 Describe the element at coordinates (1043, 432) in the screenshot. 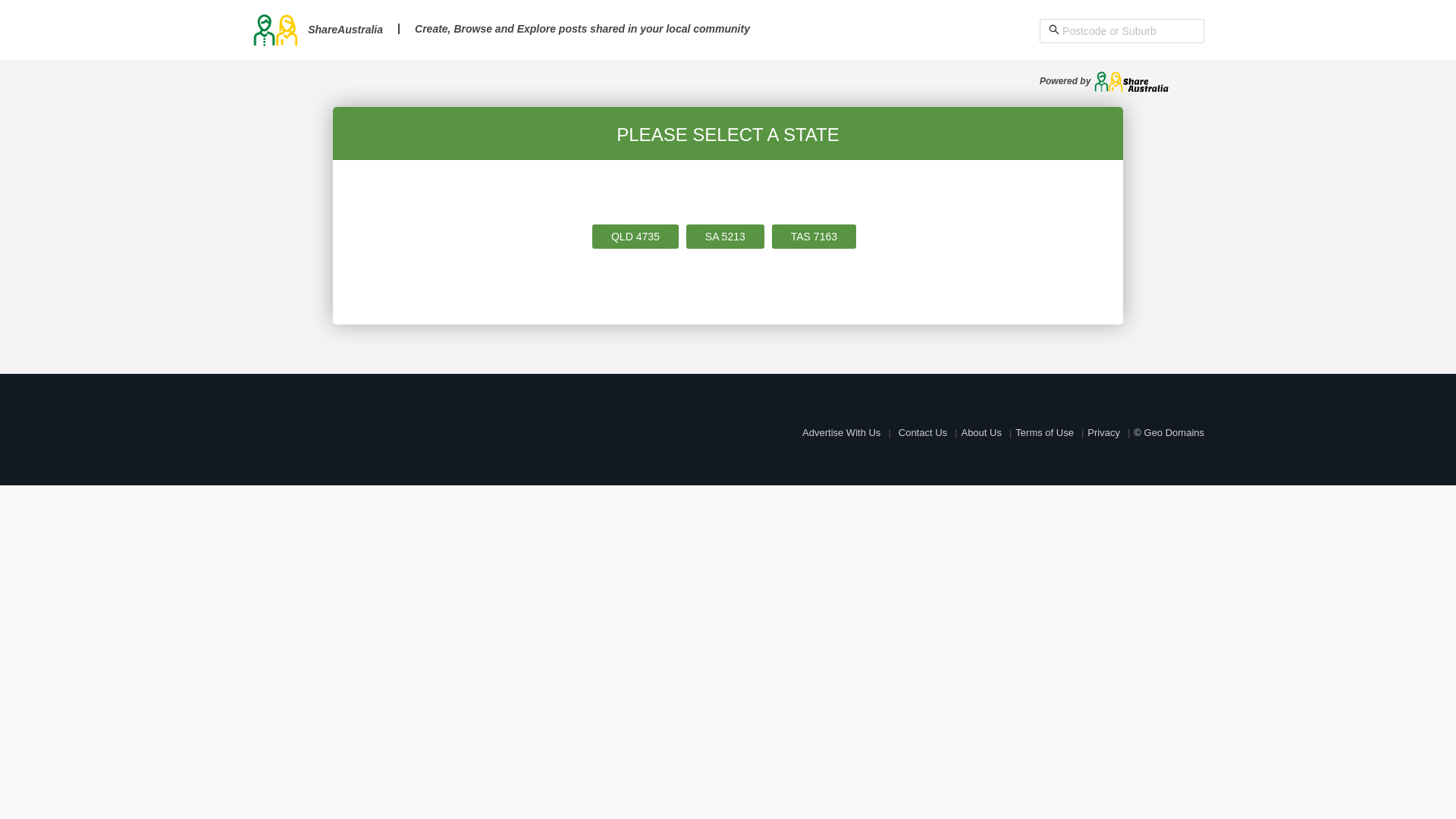

I see `'Terms of Use'` at that location.